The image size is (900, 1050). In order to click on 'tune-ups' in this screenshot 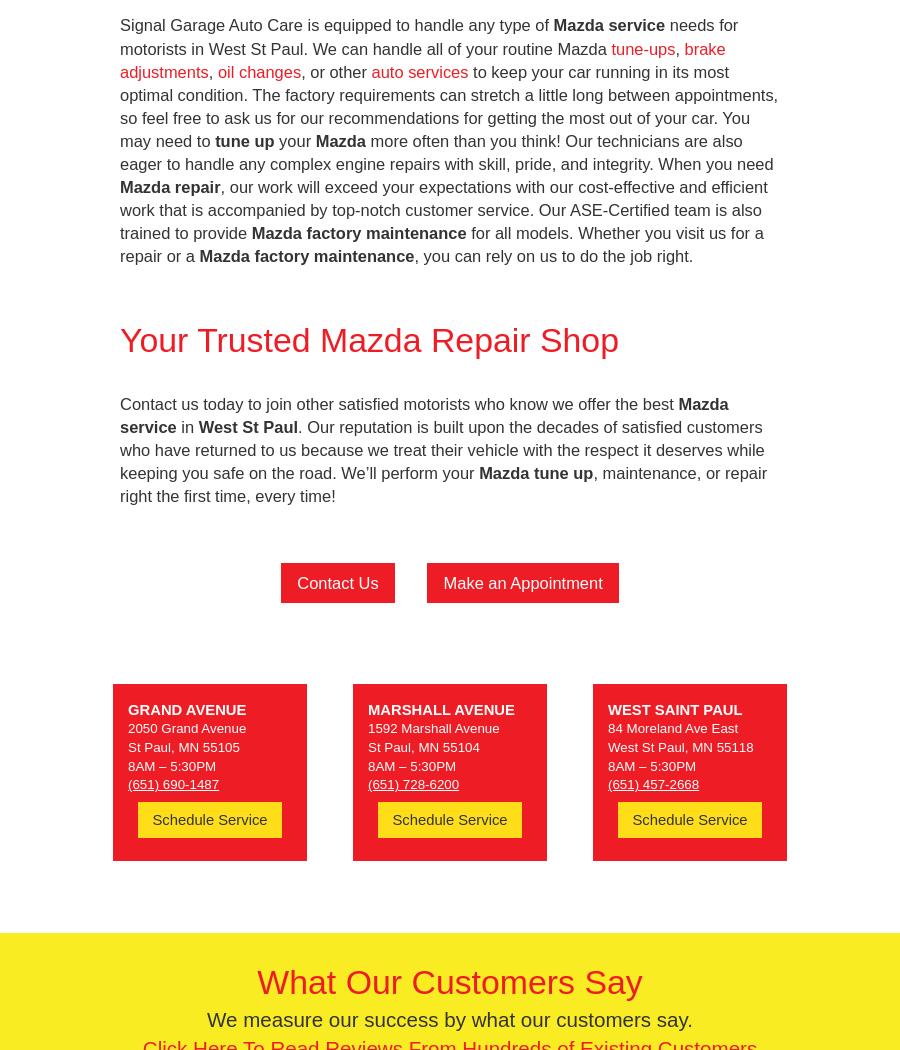, I will do `click(642, 46)`.